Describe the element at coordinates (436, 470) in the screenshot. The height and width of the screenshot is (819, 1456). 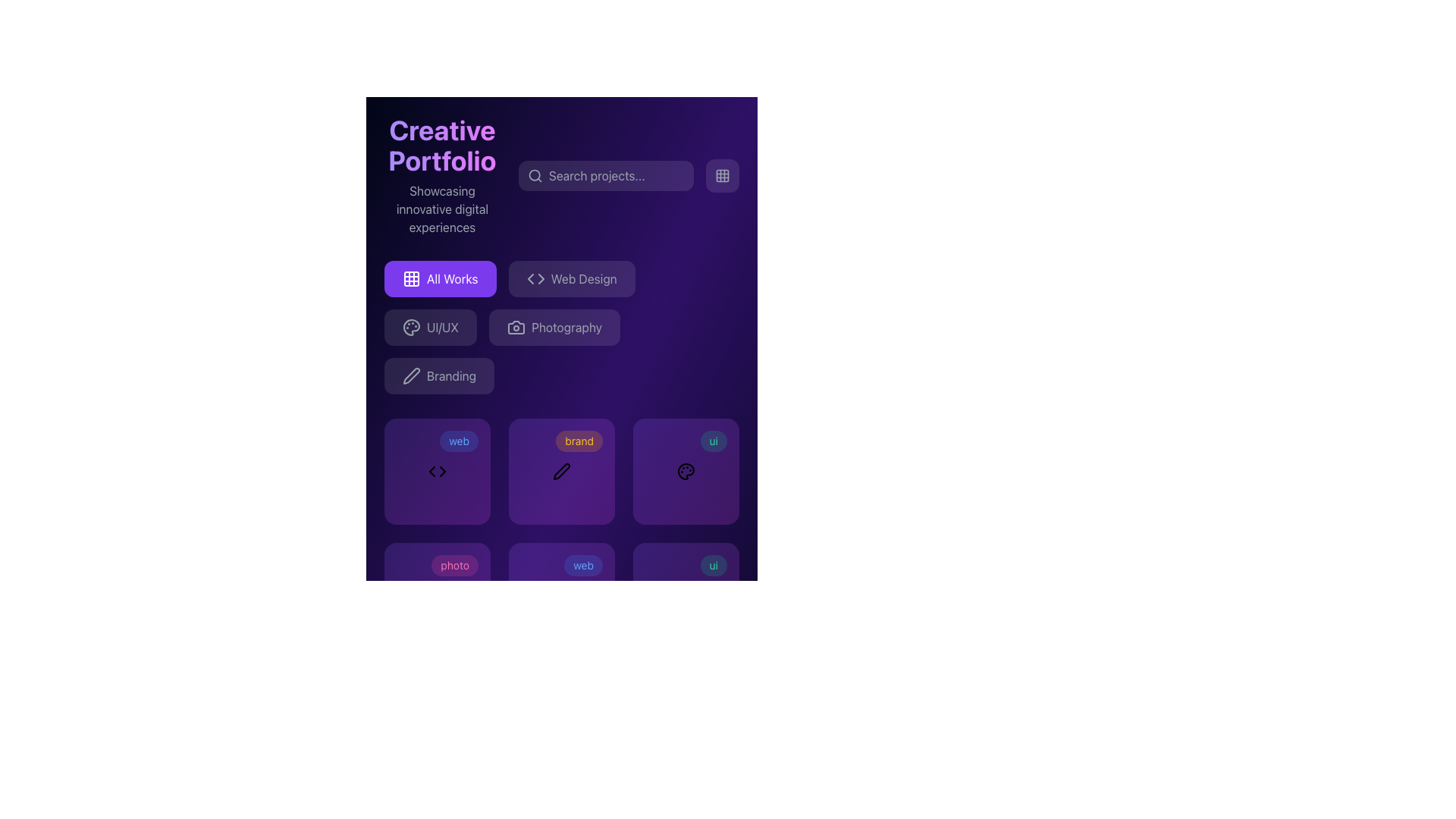
I see `the icon that symbolizes or links to code or development tasks, located centrally within a square card in the second row, first column of the grid` at that location.